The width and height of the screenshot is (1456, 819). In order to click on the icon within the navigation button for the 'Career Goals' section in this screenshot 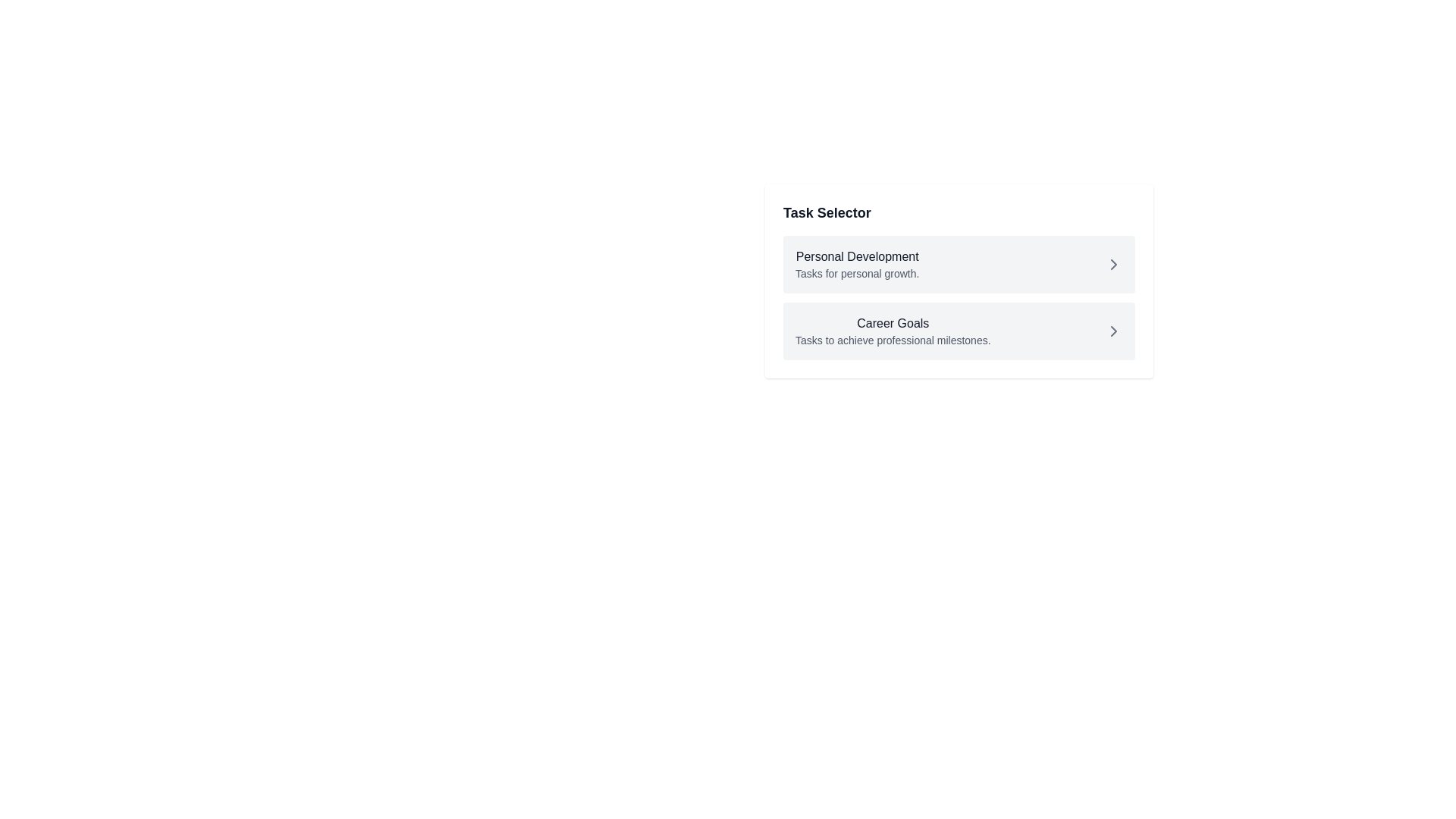, I will do `click(1113, 330)`.